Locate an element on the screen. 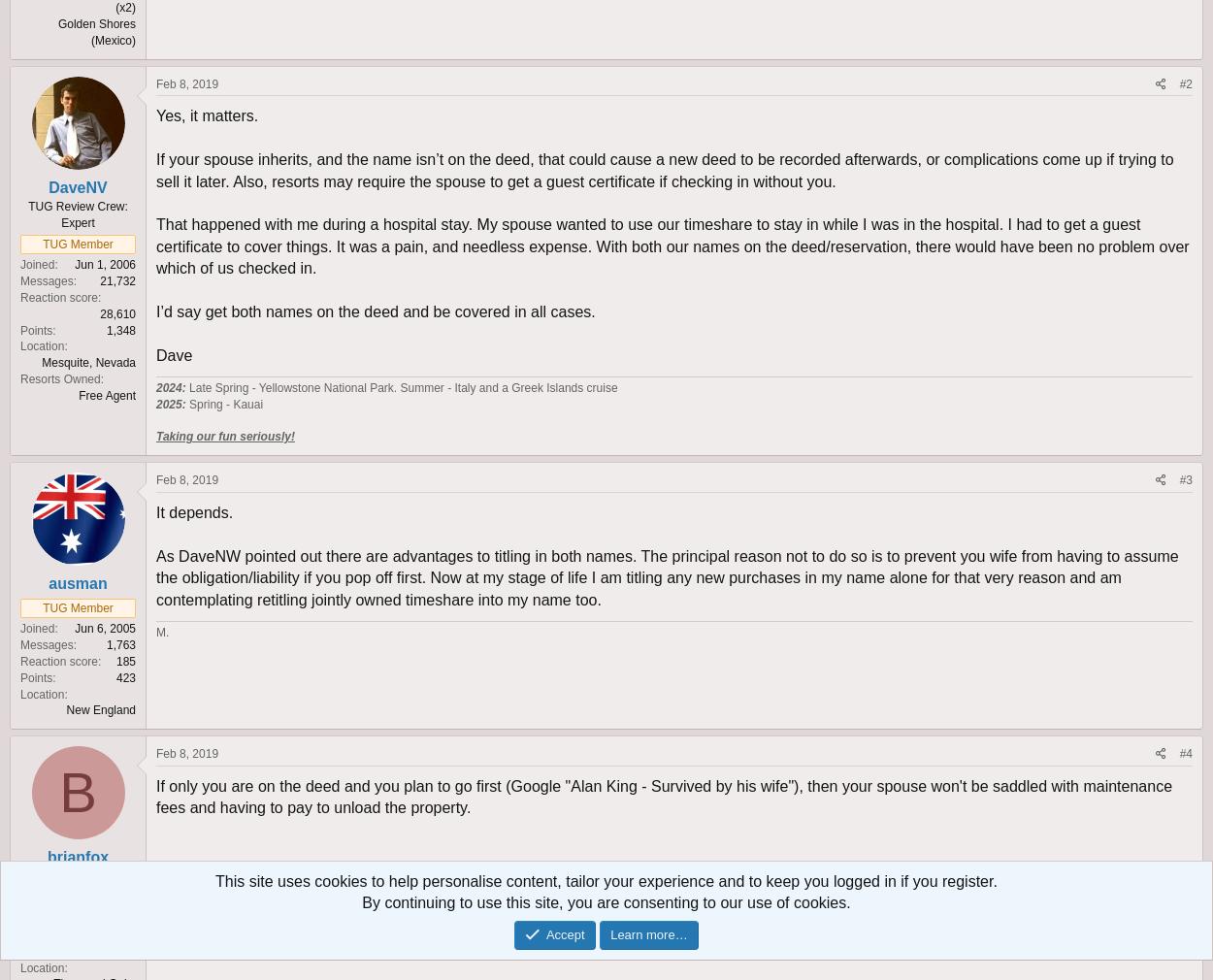 This screenshot has width=1213, height=980. 'ausman' is located at coordinates (77, 582).